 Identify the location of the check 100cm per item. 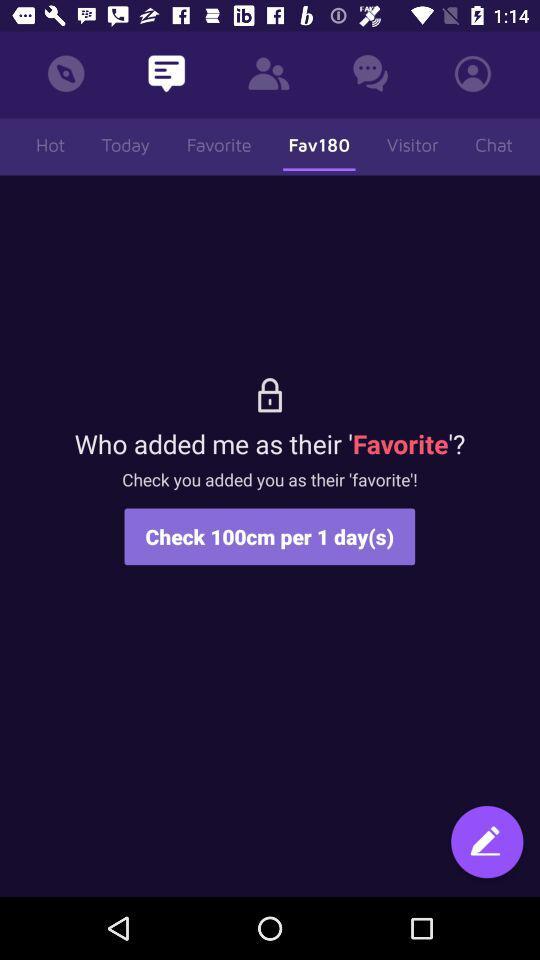
(269, 535).